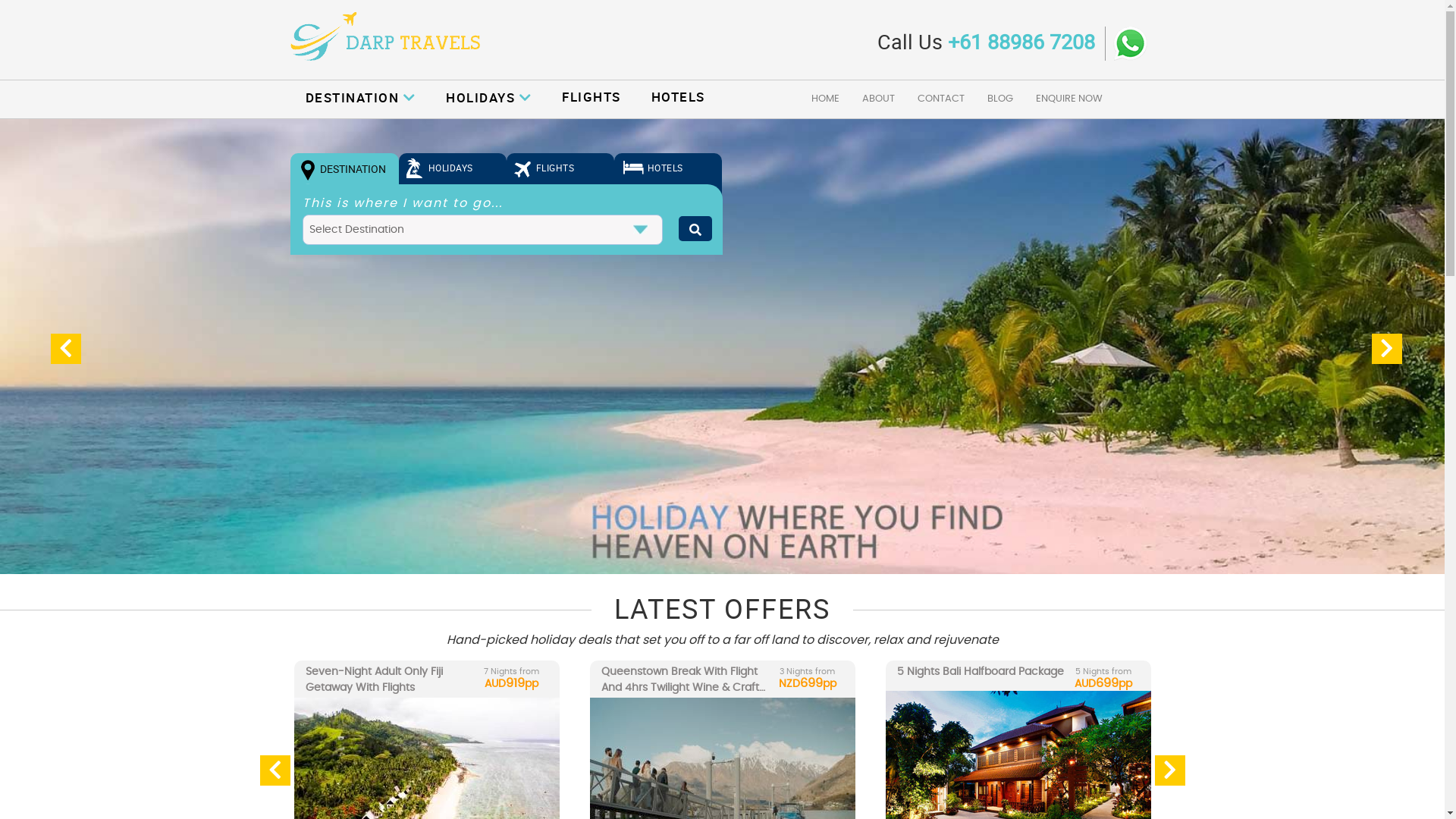 The width and height of the screenshot is (1456, 819). What do you see at coordinates (1000, 99) in the screenshot?
I see `'BLOG'` at bounding box center [1000, 99].